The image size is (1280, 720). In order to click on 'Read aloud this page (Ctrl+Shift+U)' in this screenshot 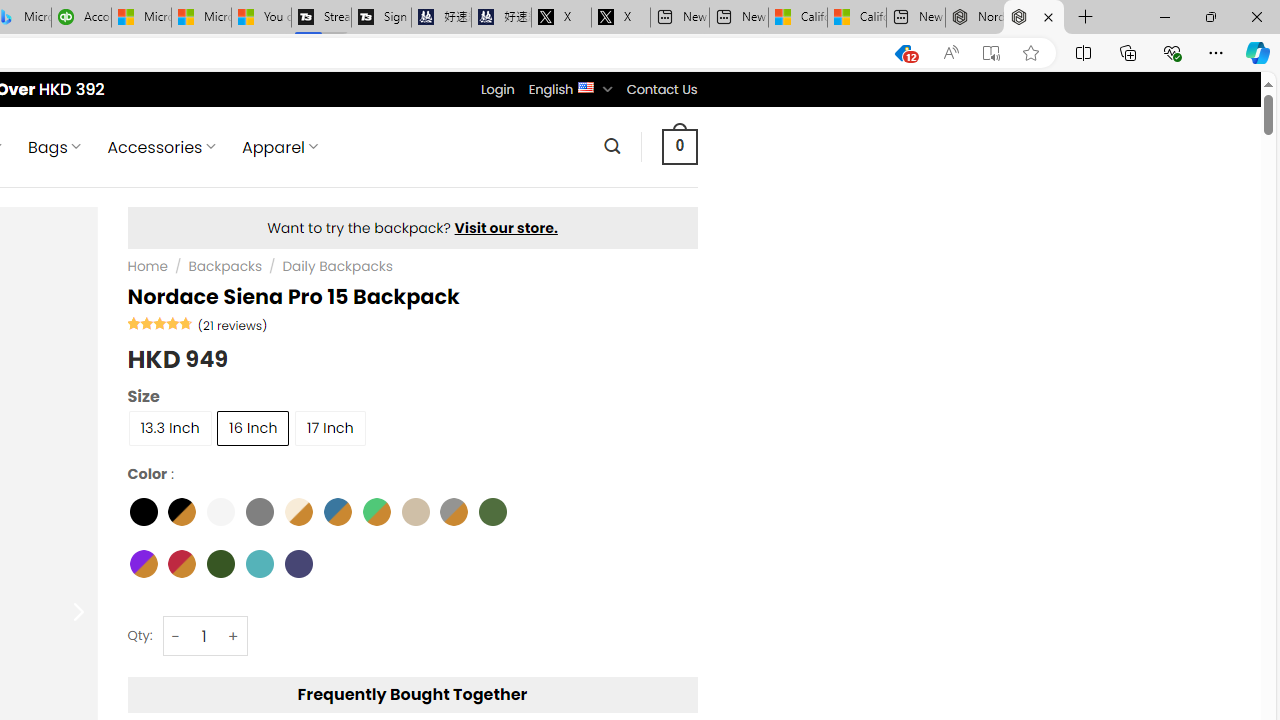, I will do `click(950, 52)`.